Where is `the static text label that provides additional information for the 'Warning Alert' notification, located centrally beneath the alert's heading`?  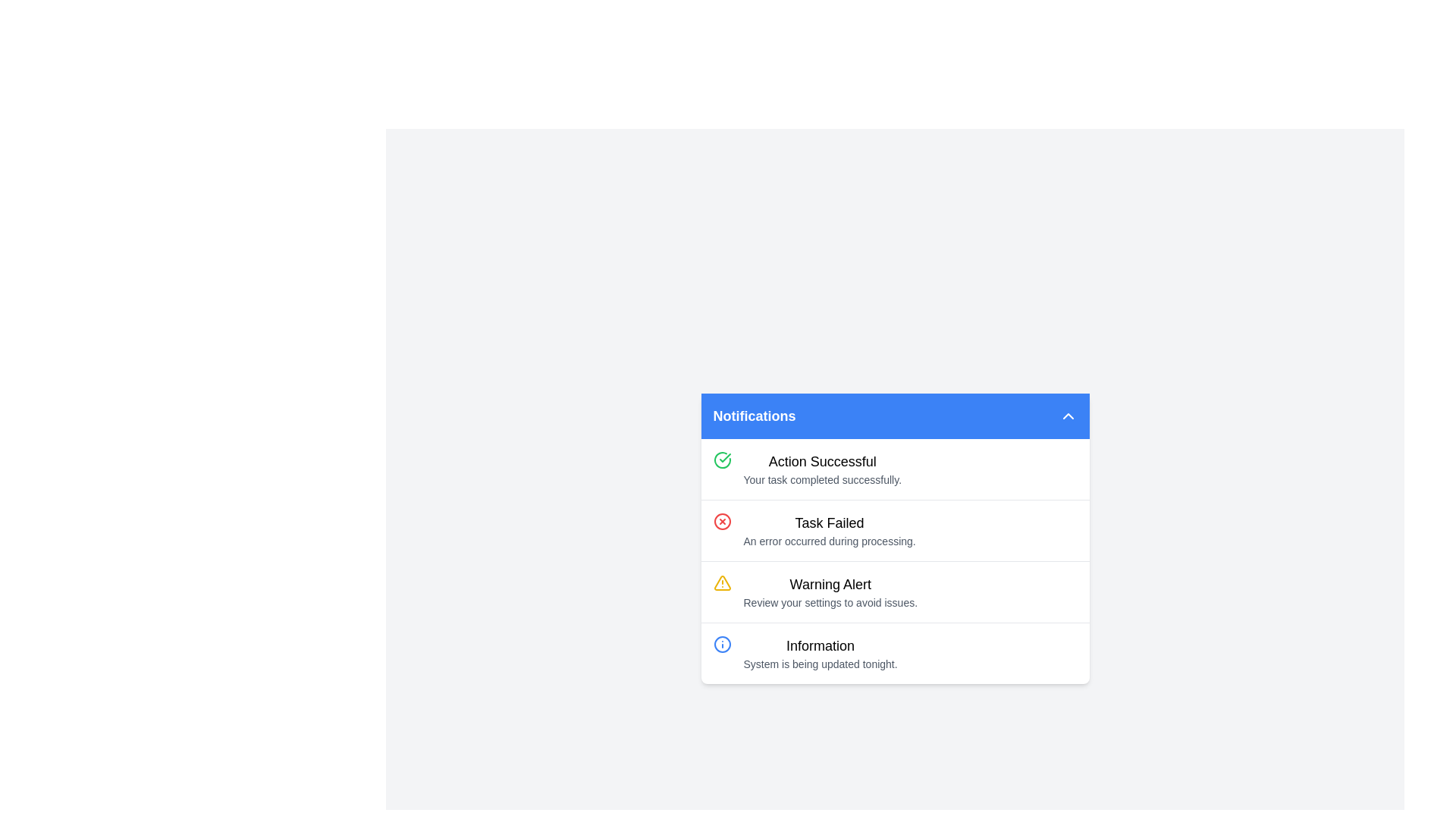 the static text label that provides additional information for the 'Warning Alert' notification, located centrally beneath the alert's heading is located at coordinates (830, 601).